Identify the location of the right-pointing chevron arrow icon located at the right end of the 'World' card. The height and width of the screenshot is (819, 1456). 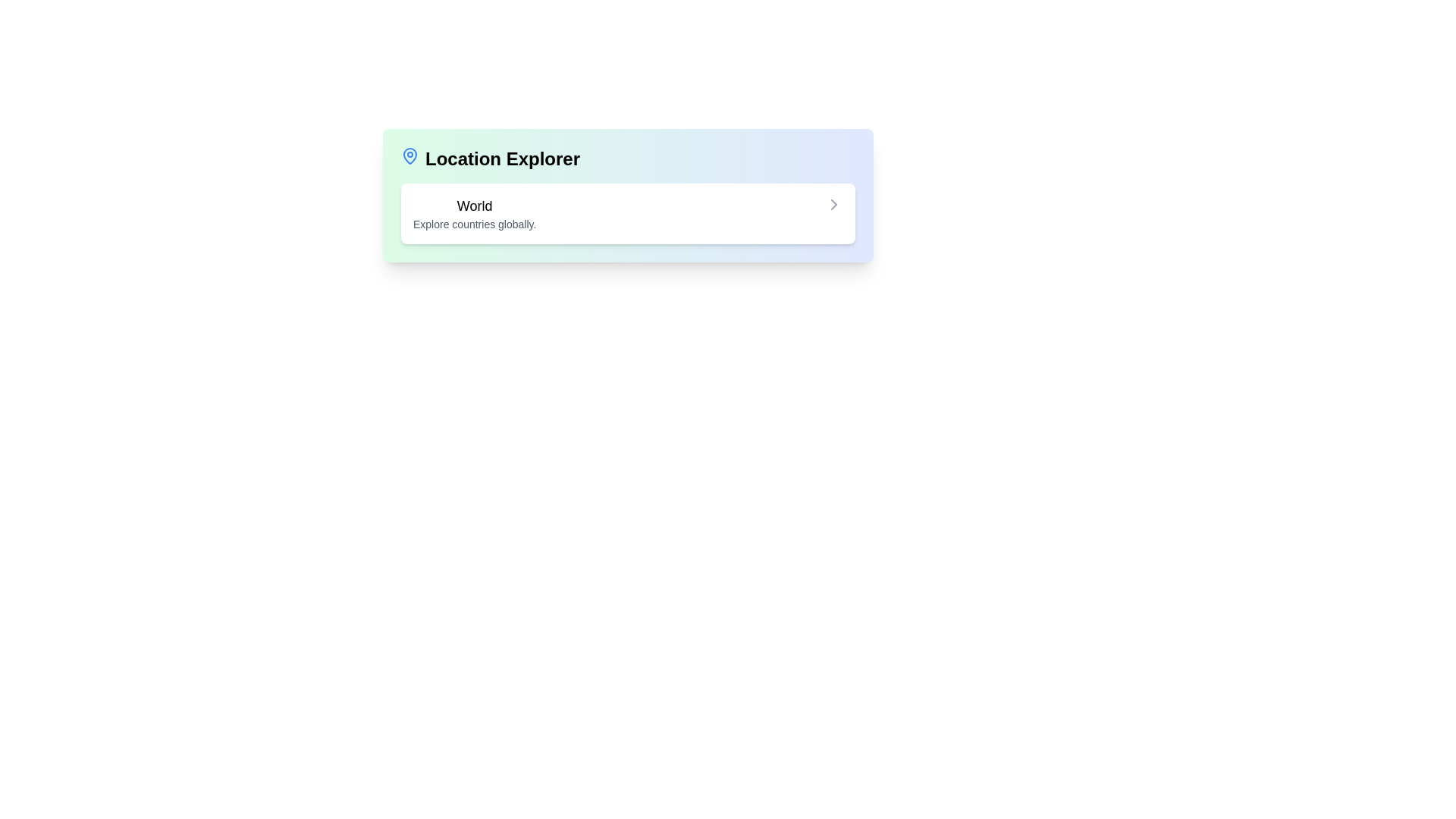
(833, 205).